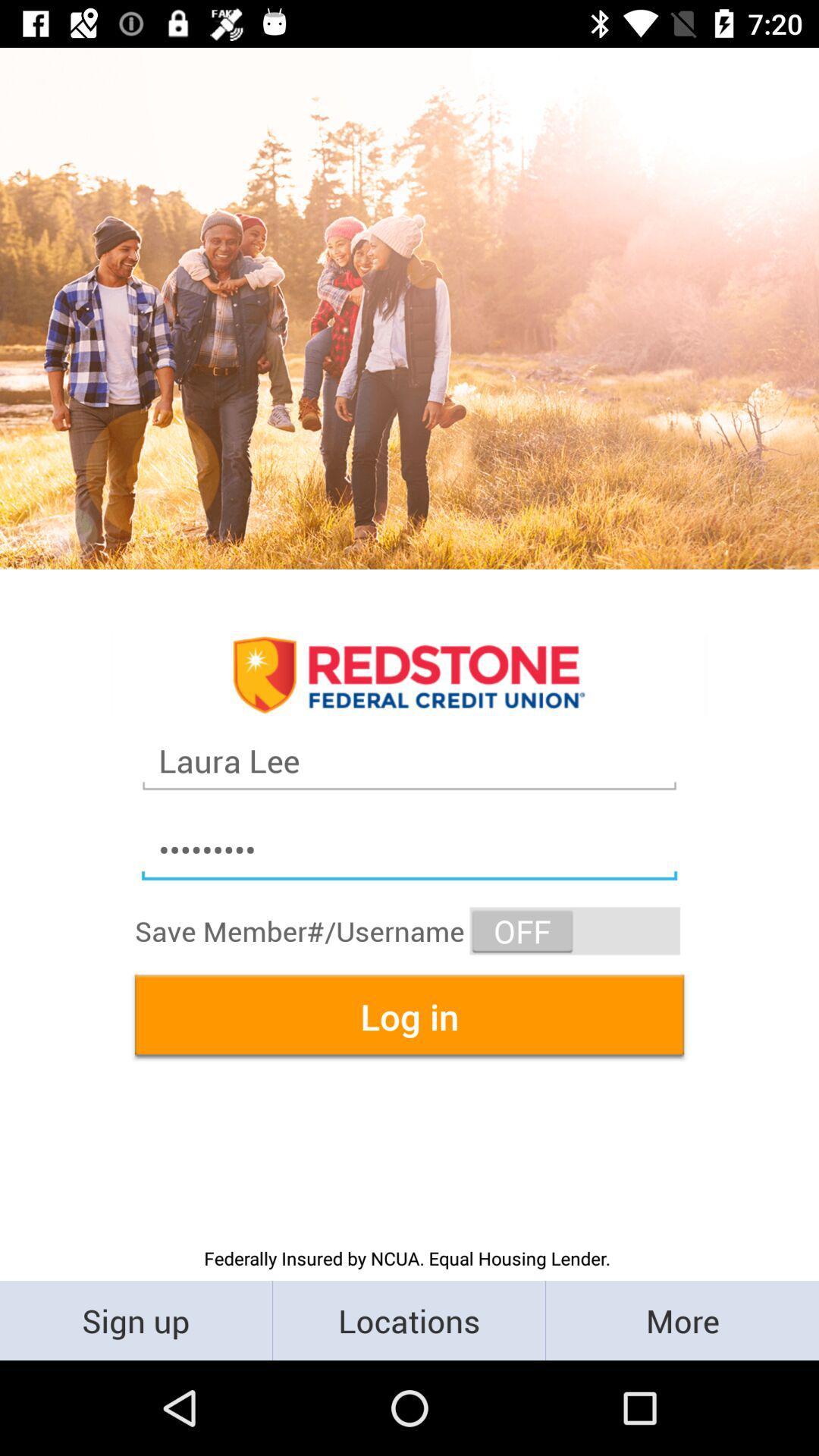 This screenshot has height=1456, width=819. What do you see at coordinates (409, 1016) in the screenshot?
I see `the log in` at bounding box center [409, 1016].